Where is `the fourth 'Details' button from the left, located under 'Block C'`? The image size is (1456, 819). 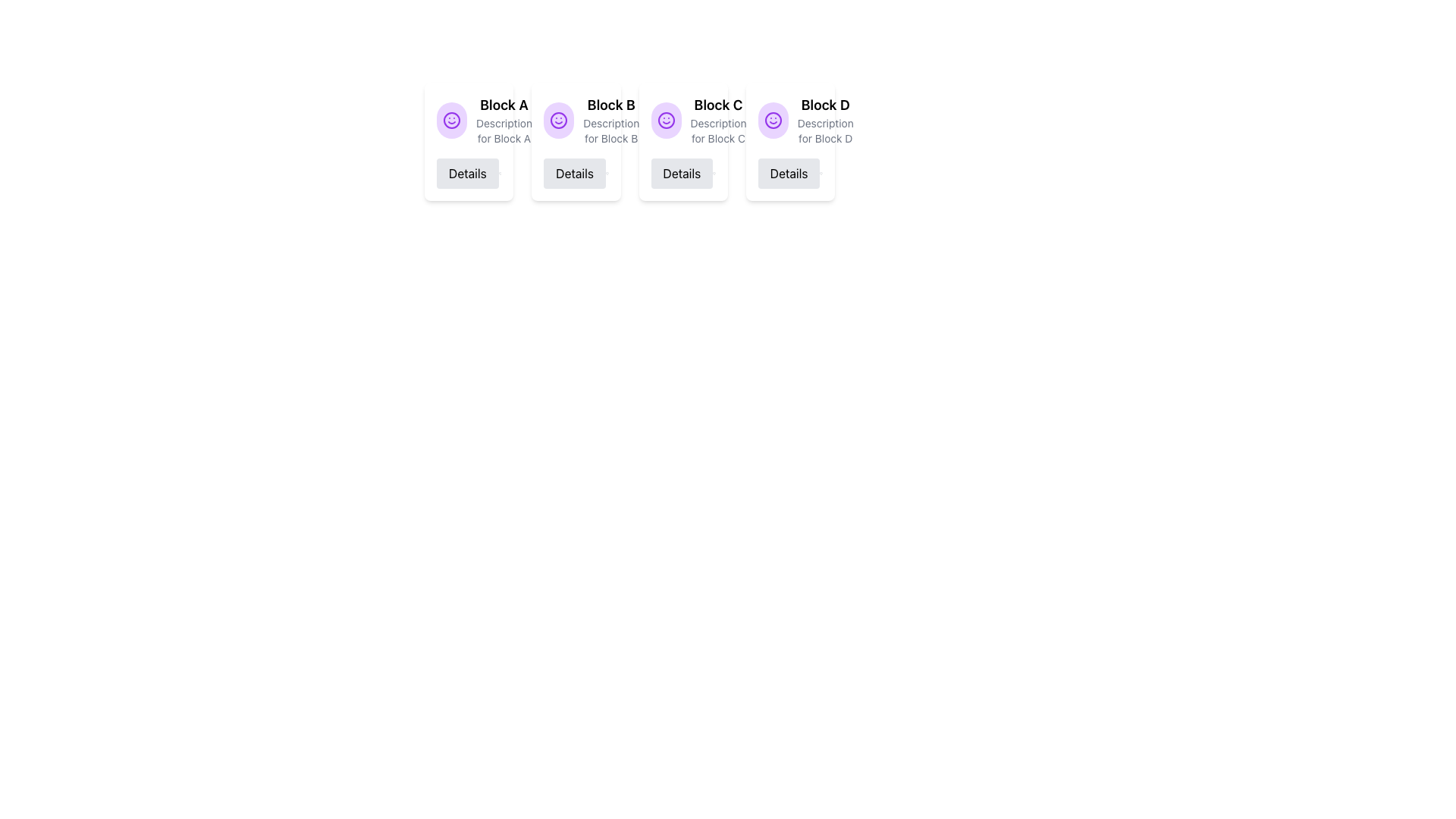
the fourth 'Details' button from the left, located under 'Block C' is located at coordinates (681, 172).